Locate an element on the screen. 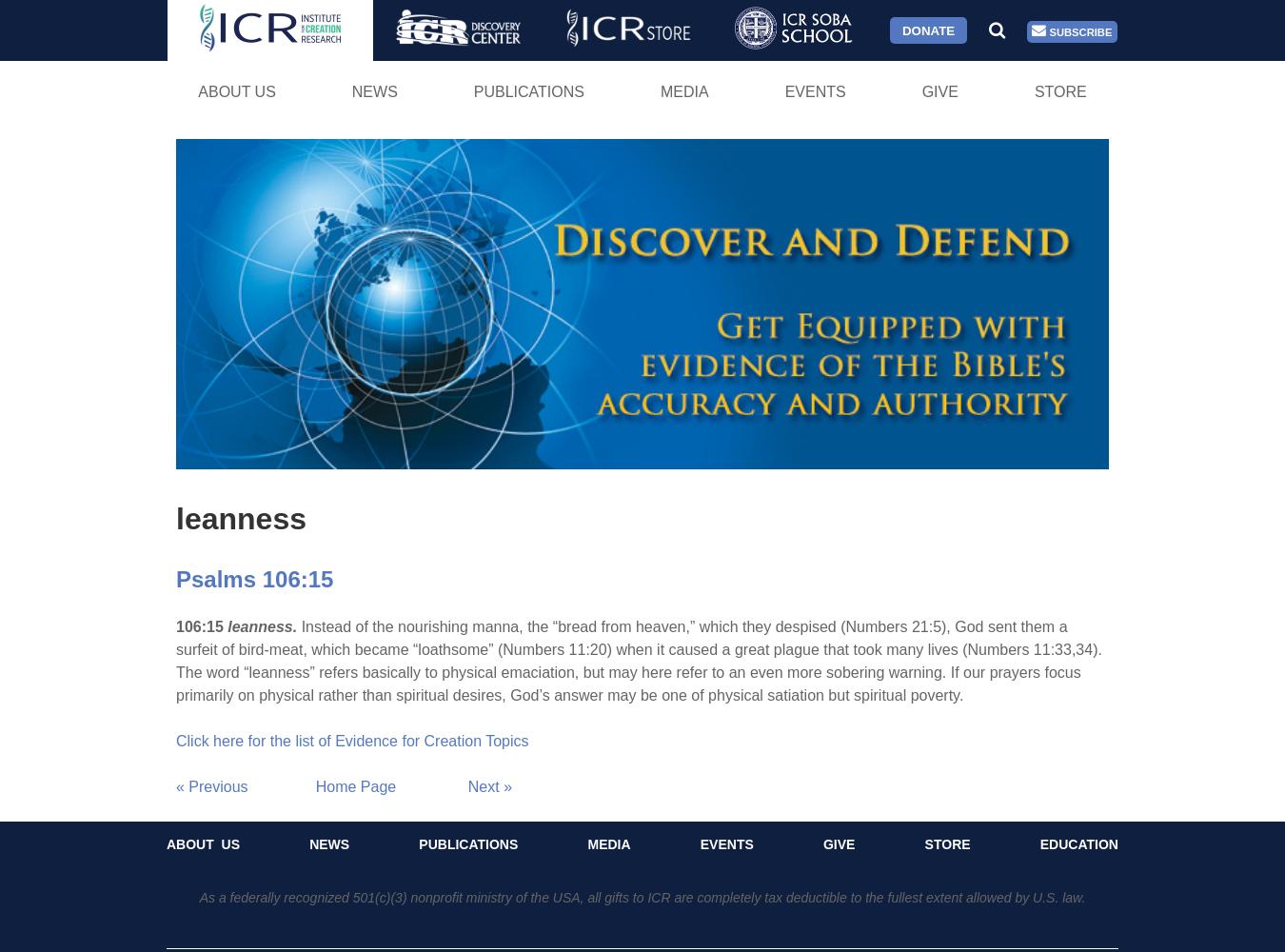  'Psalms 106:15' is located at coordinates (253, 577).